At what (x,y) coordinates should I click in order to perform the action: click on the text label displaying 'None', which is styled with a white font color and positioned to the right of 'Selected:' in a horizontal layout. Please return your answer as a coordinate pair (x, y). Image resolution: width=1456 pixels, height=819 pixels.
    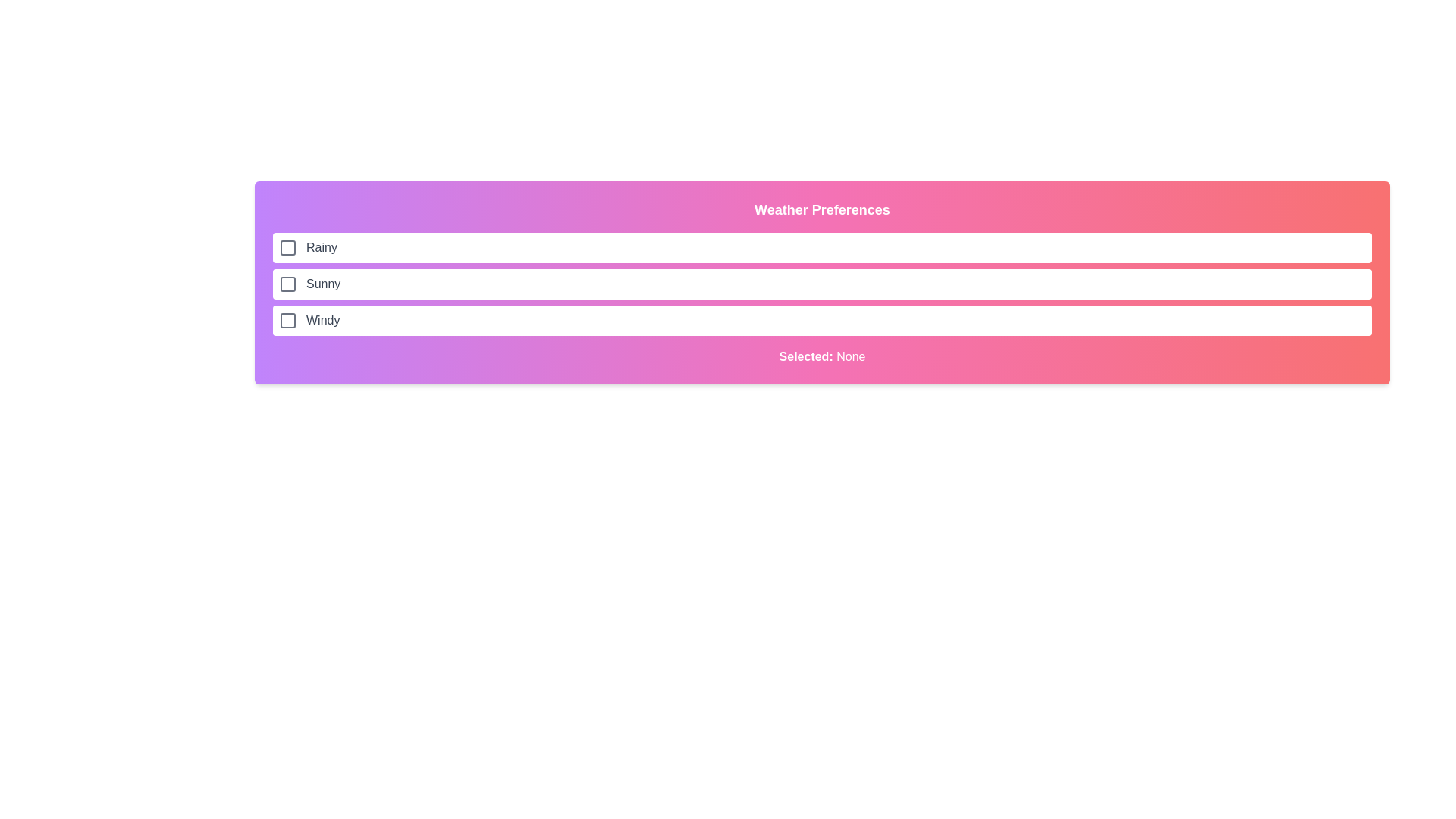
    Looking at the image, I should click on (851, 356).